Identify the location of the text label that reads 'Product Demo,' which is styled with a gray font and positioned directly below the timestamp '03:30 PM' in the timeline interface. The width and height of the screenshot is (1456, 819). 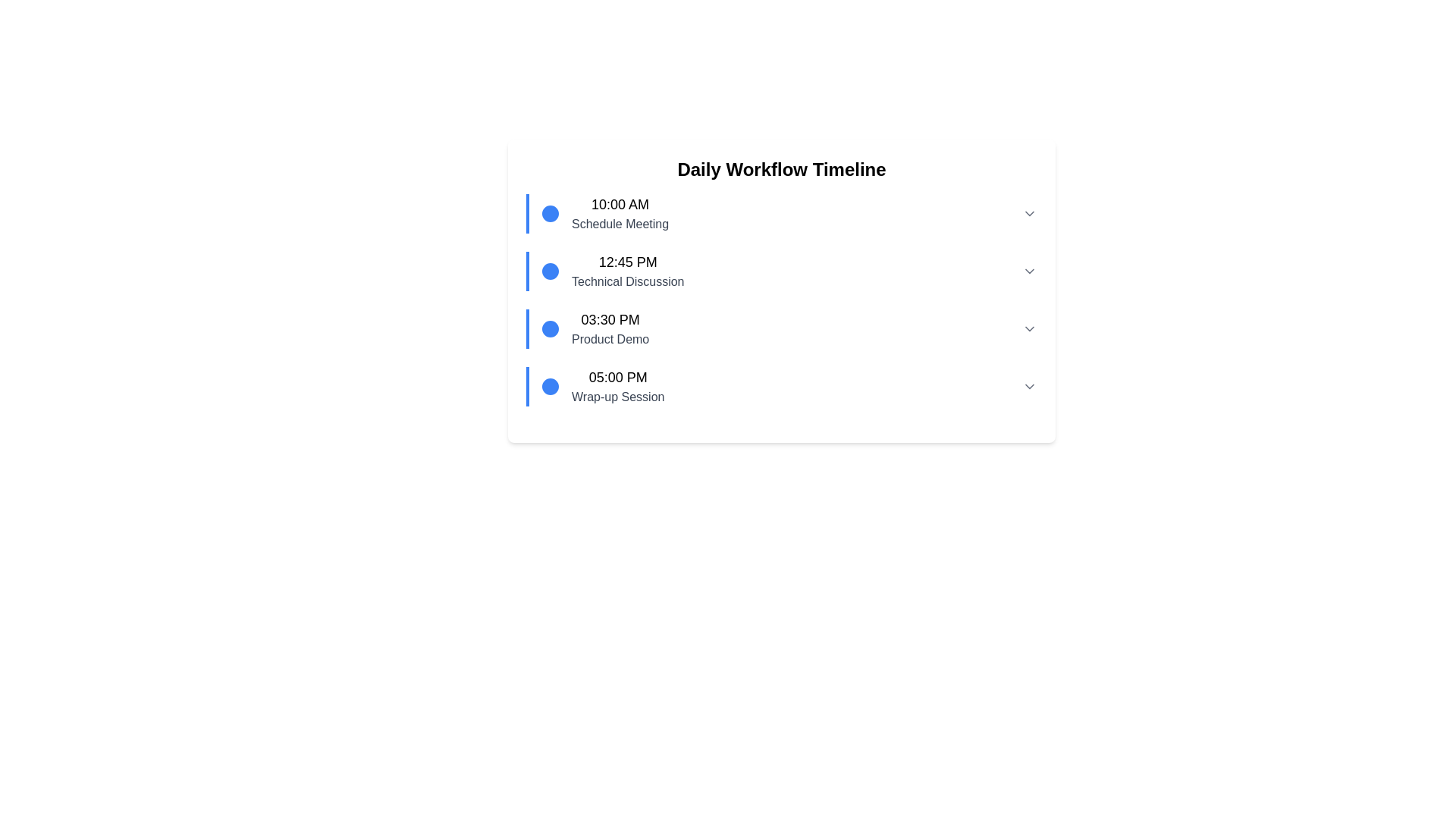
(610, 338).